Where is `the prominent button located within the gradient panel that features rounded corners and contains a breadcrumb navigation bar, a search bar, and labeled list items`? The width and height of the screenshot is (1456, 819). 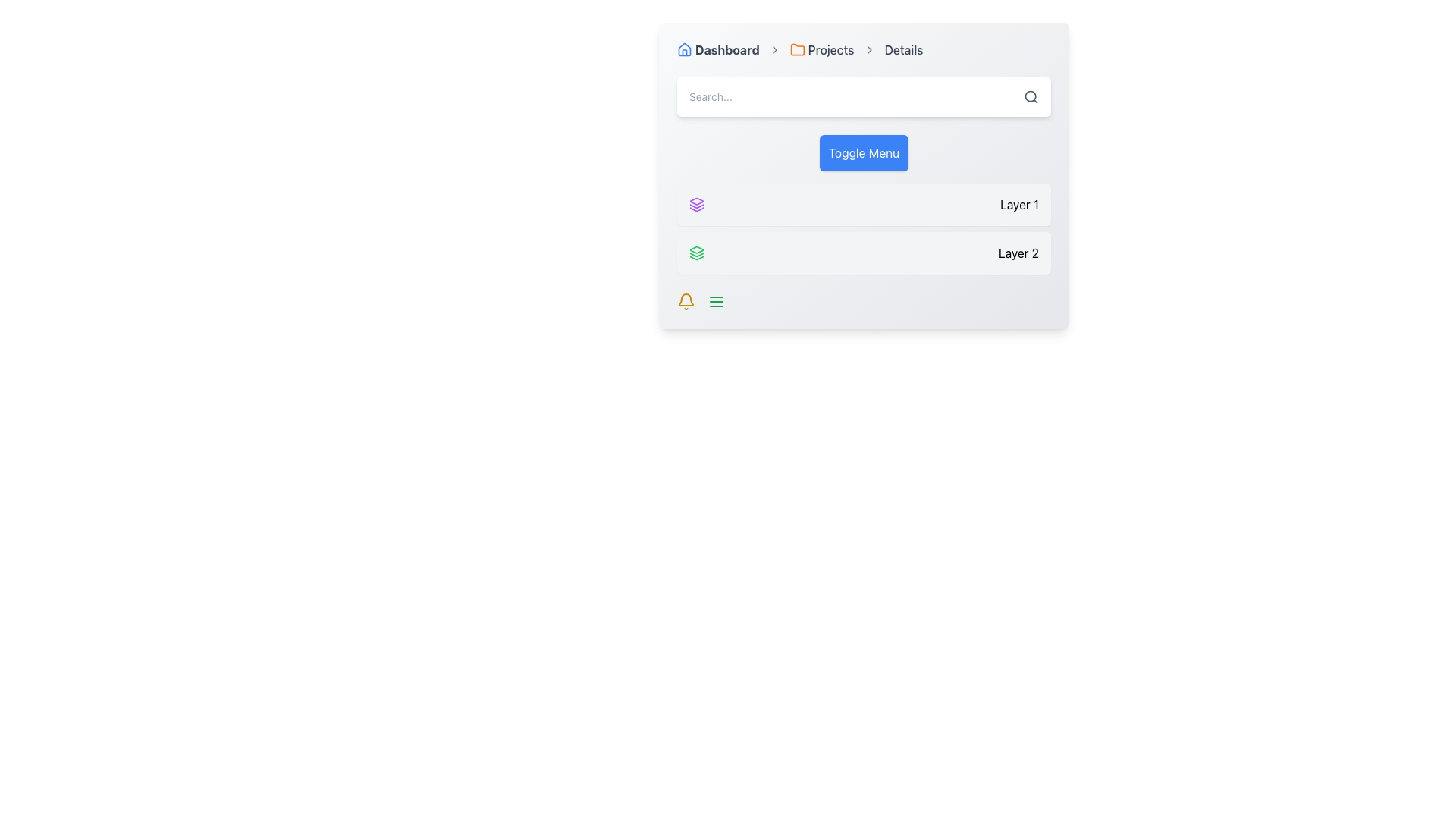 the prominent button located within the gradient panel that features rounded corners and contains a breadcrumb navigation bar, a search bar, and labeled list items is located at coordinates (864, 174).